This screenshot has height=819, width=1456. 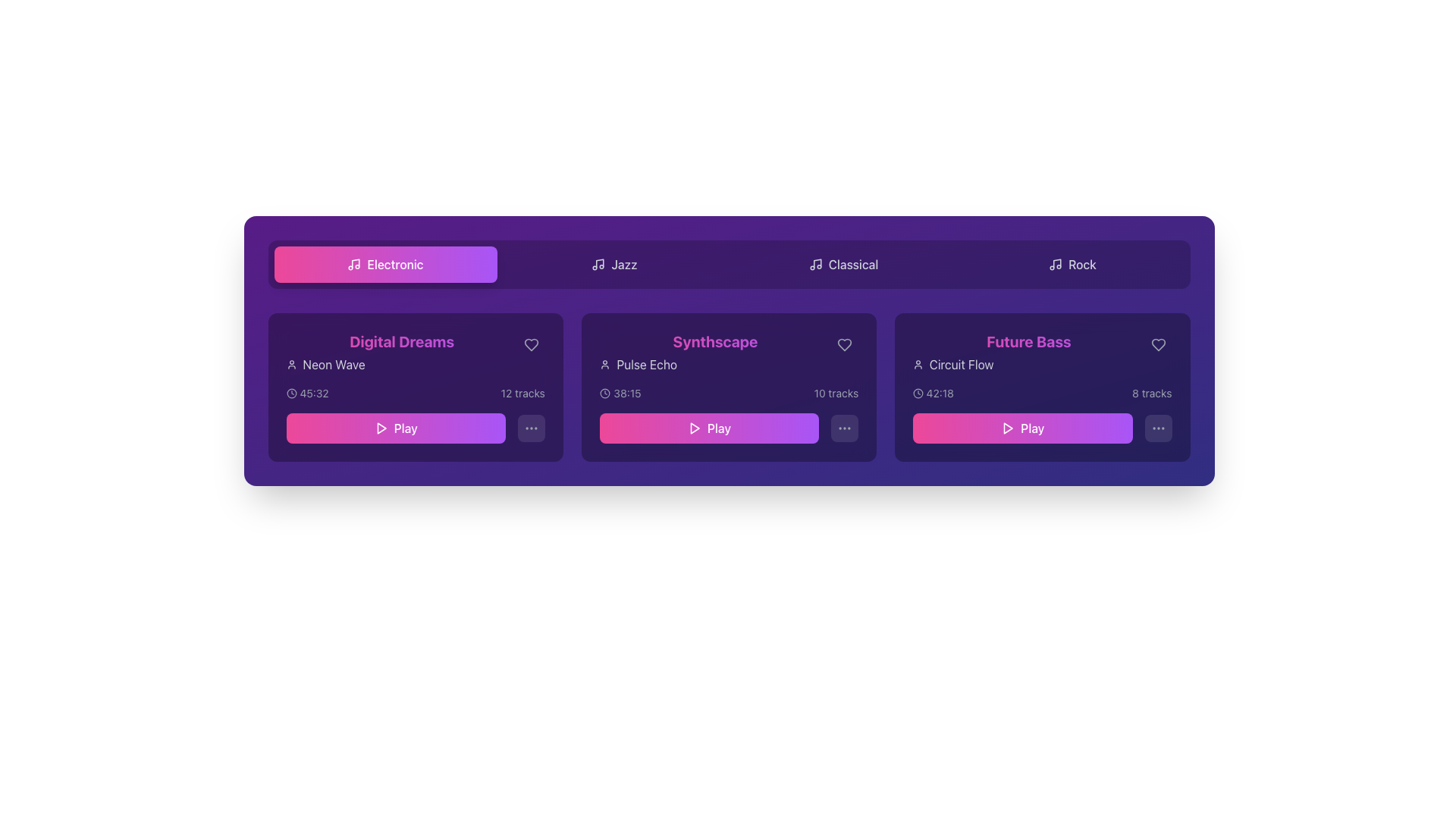 I want to click on the state of the heart icon in the top-right corner of the 'Digital Dreams' card to check if the item is favorited or not, so click(x=531, y=345).